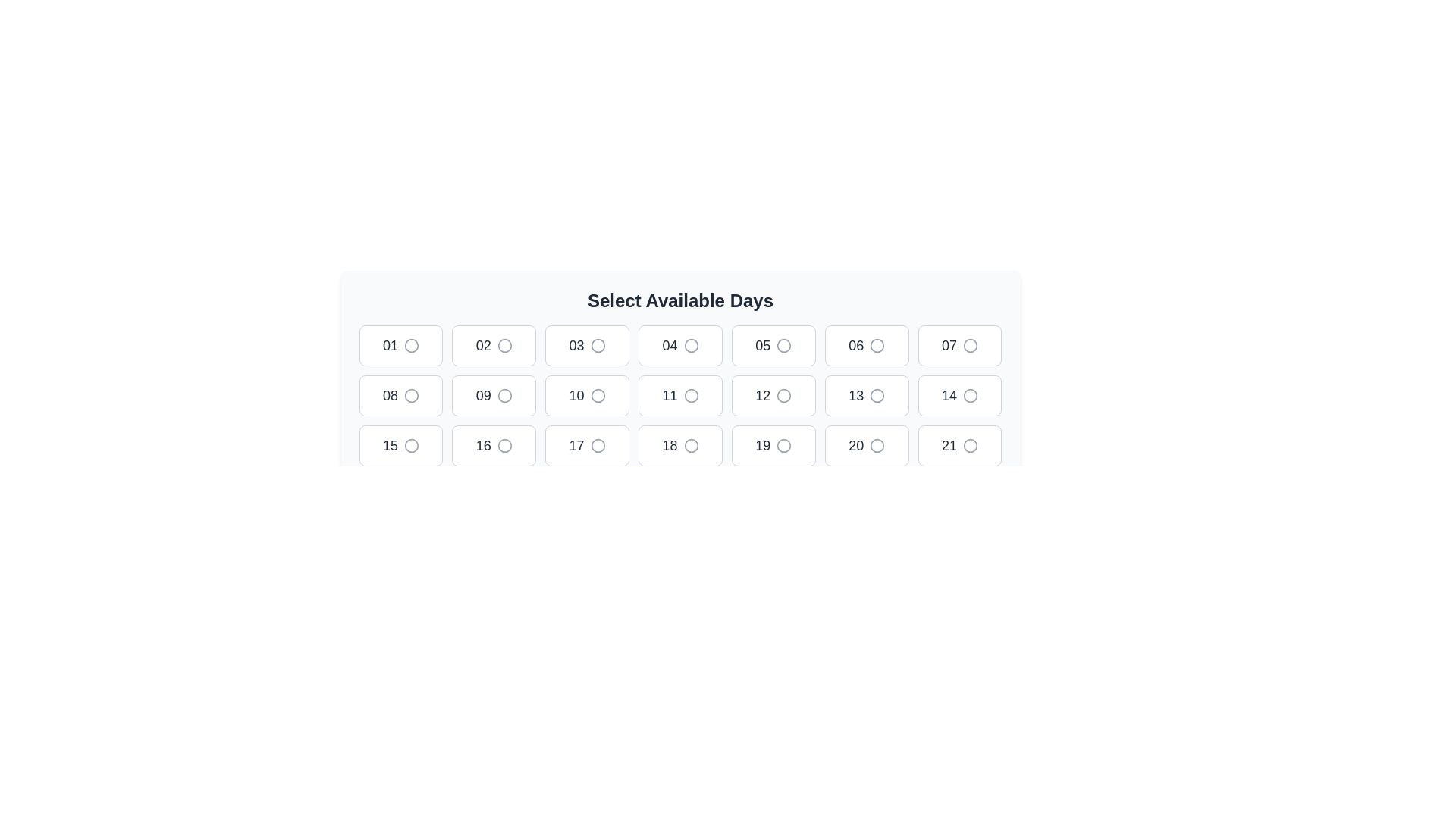 The image size is (1456, 819). Describe the element at coordinates (679, 345) in the screenshot. I see `the Interactive selection button labeled '04'` at that location.